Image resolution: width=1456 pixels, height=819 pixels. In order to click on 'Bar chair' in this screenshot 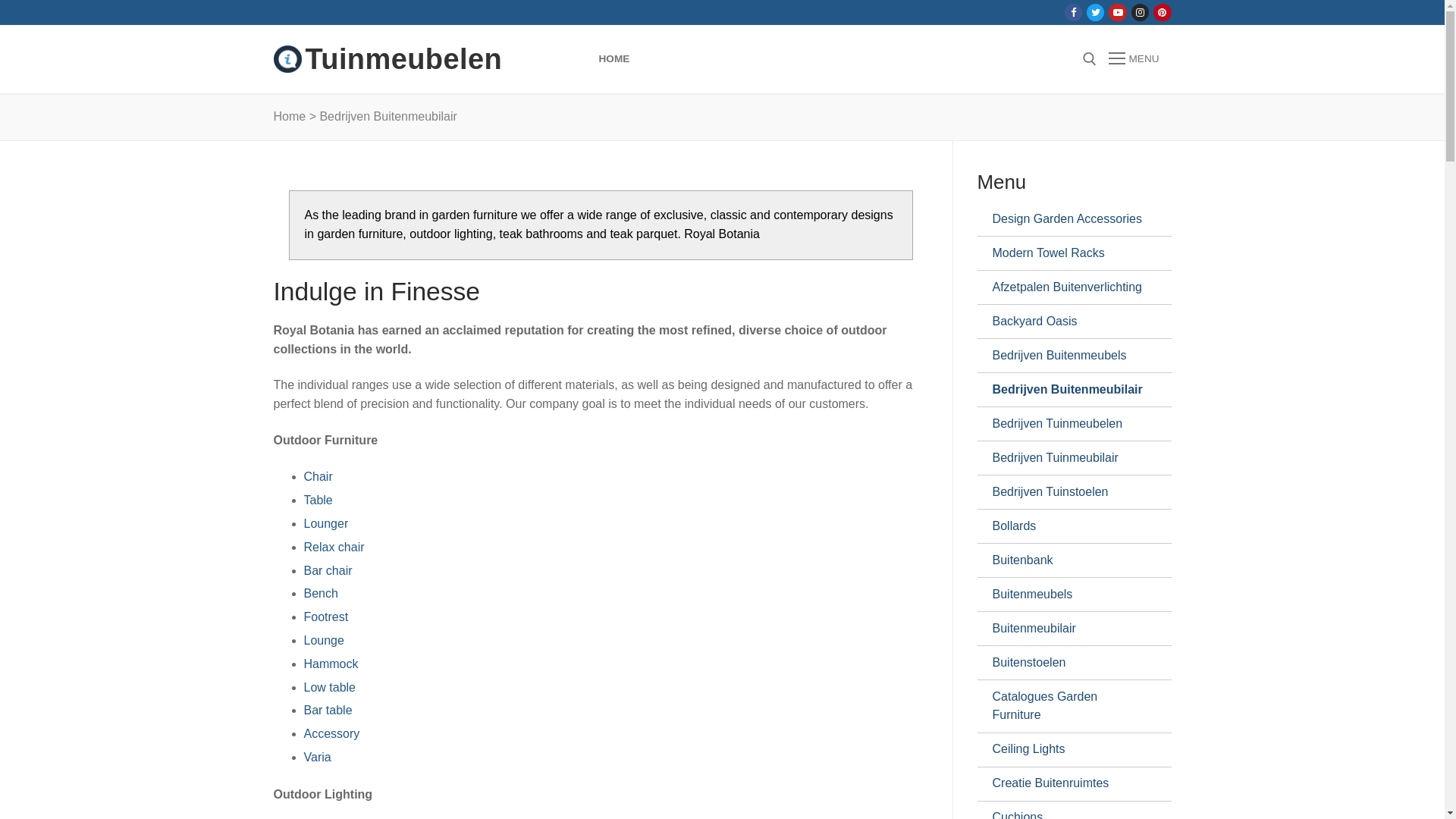, I will do `click(327, 570)`.